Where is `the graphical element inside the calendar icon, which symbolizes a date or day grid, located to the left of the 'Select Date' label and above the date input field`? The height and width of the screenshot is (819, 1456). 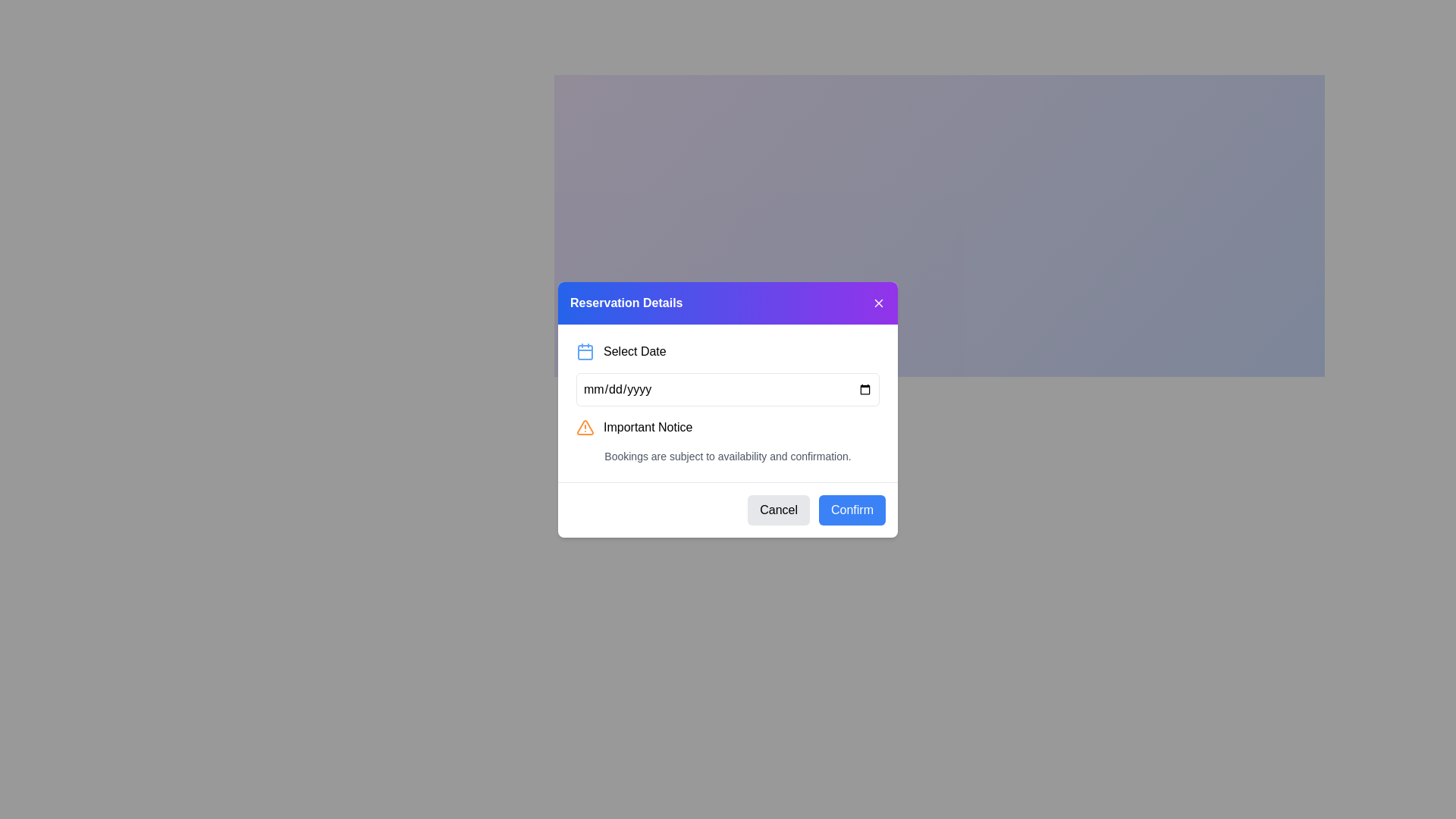
the graphical element inside the calendar icon, which symbolizes a date or day grid, located to the left of the 'Select Date' label and above the date input field is located at coordinates (585, 352).